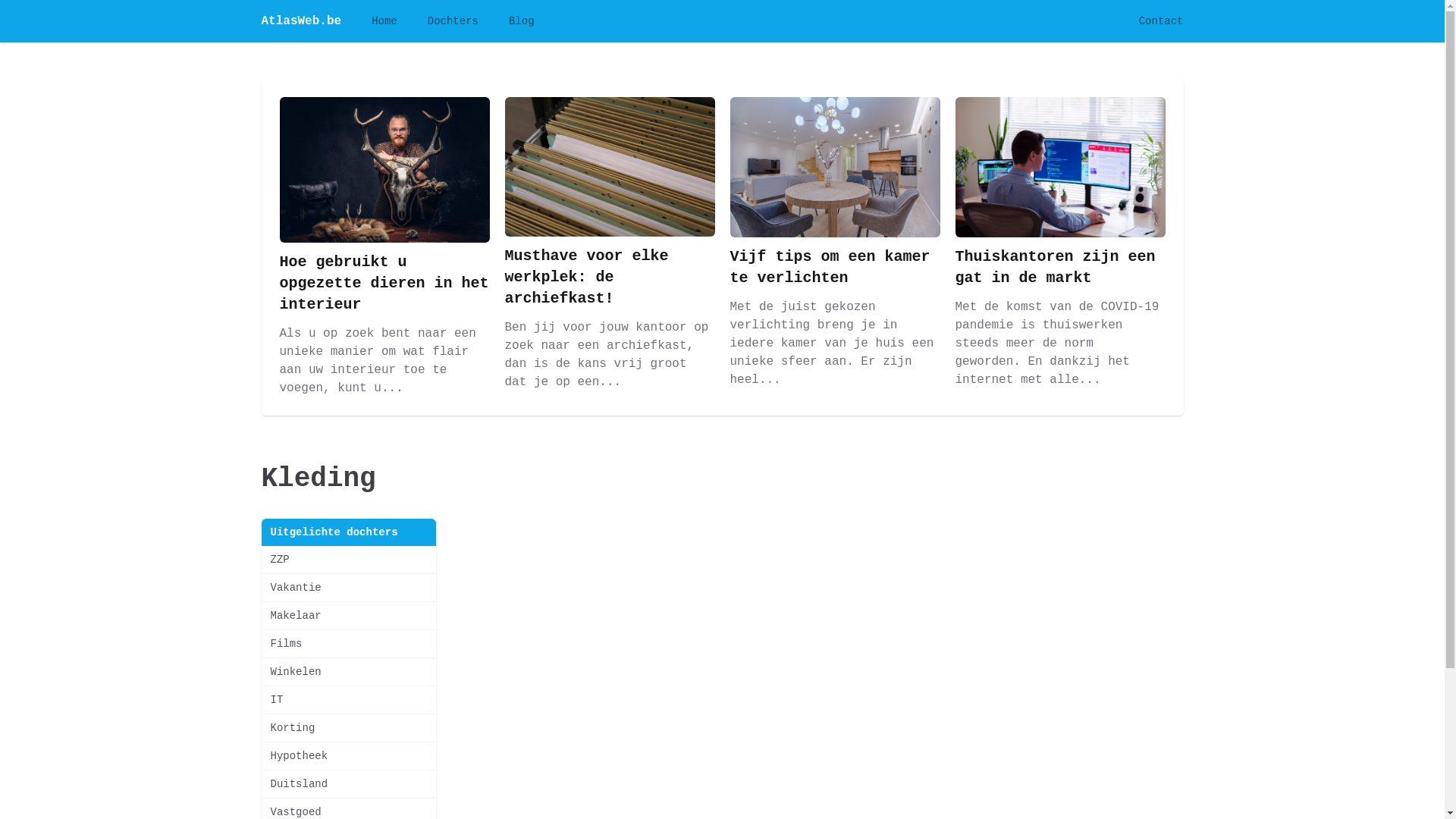  I want to click on 'ZZP', so click(261, 559).